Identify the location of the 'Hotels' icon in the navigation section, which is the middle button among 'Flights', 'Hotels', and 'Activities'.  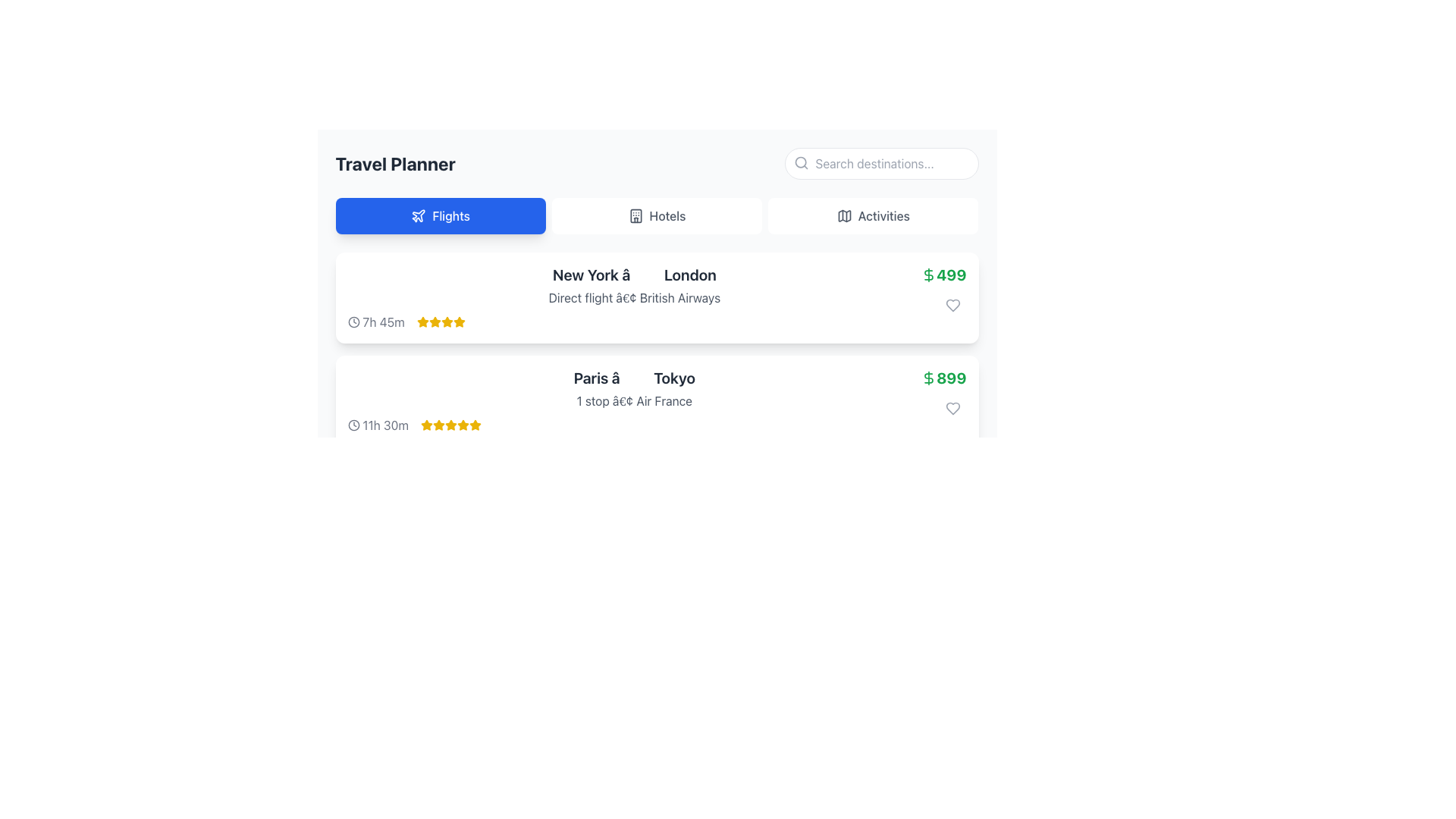
(635, 216).